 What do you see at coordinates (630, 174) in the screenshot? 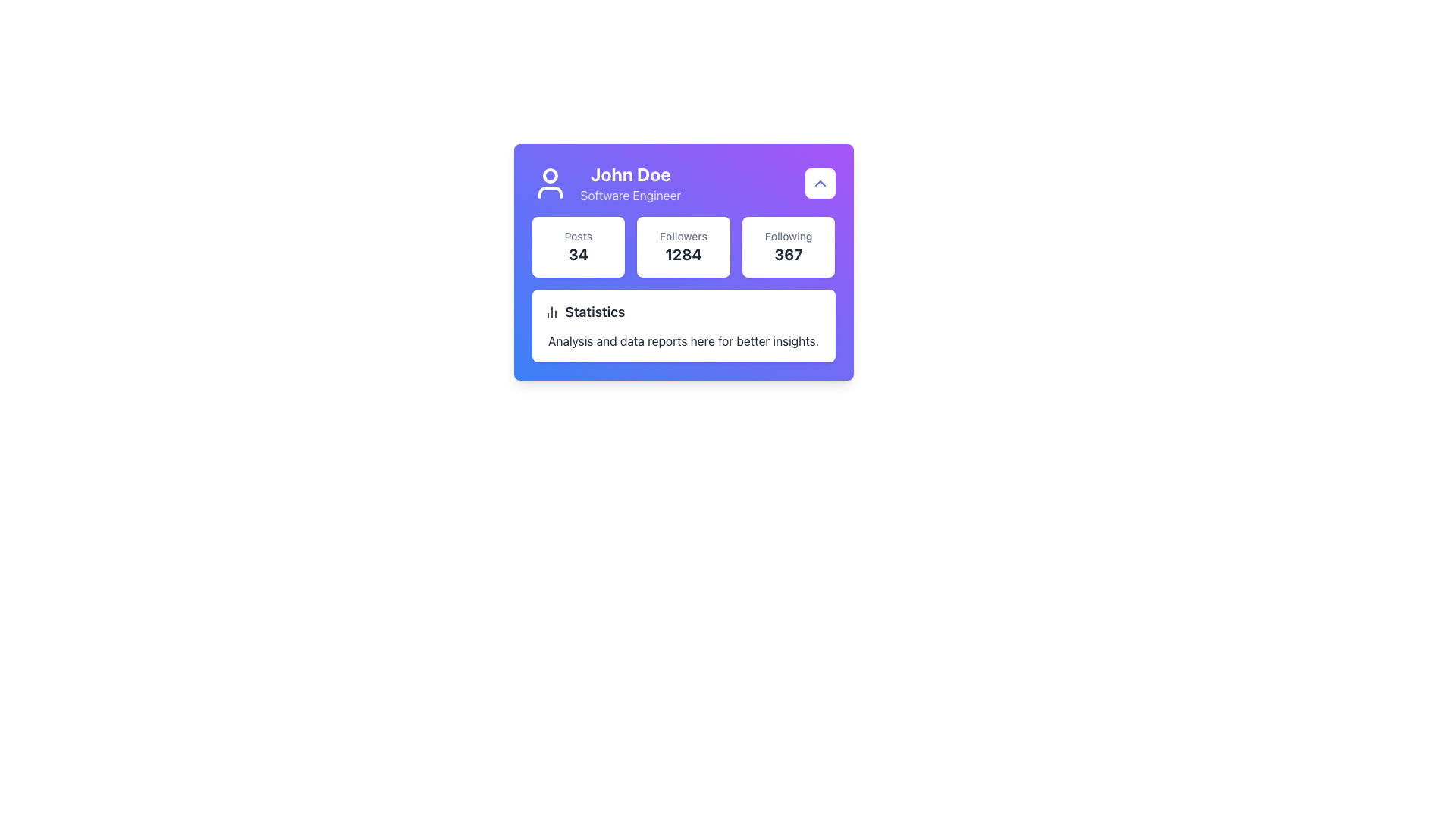
I see `the text label that reads 'John Doe', which is styled in bold and larger font on a purple background, located above 'Software Engineer'` at bounding box center [630, 174].